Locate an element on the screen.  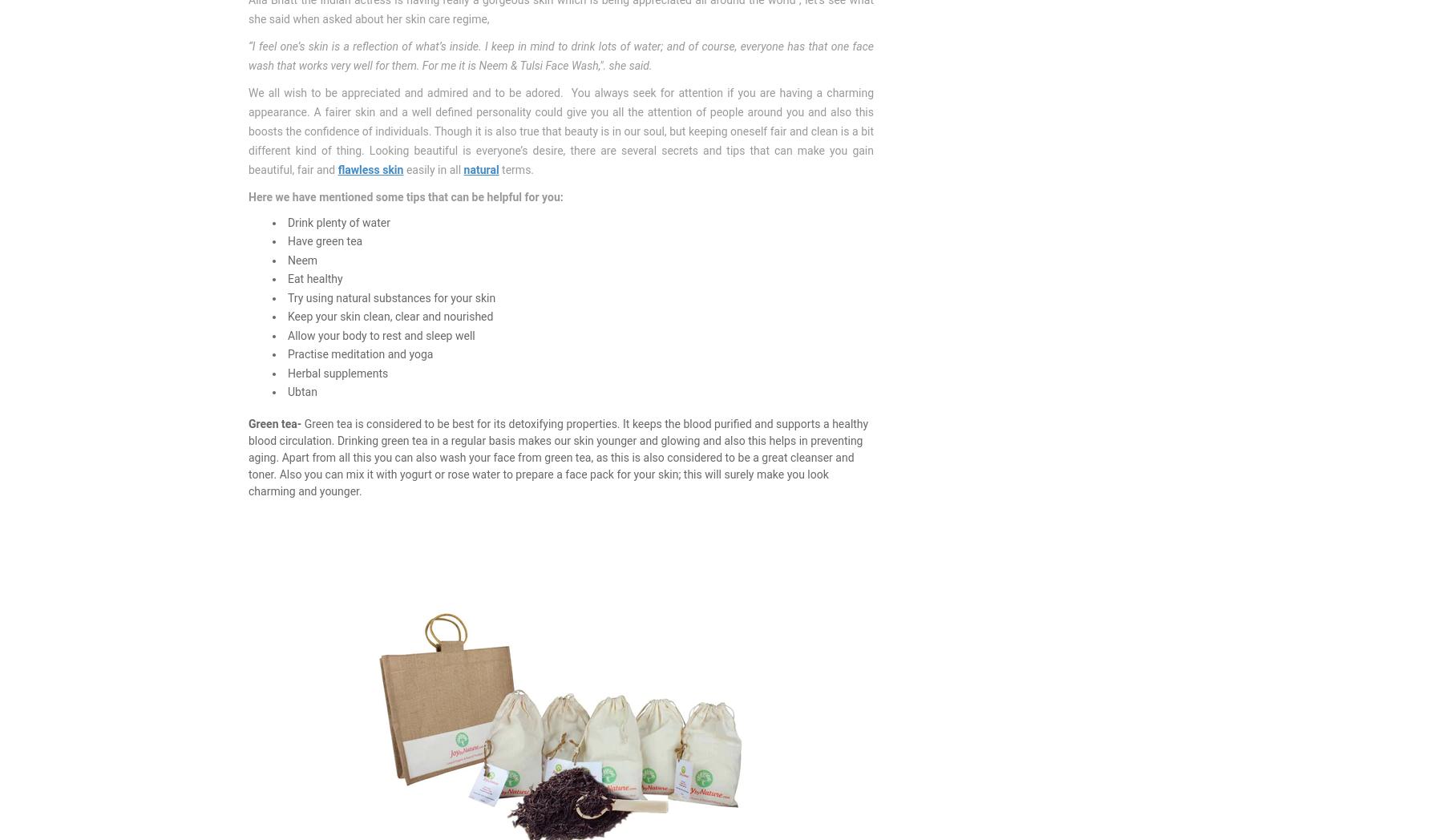
'Eat healthy' is located at coordinates (314, 279).